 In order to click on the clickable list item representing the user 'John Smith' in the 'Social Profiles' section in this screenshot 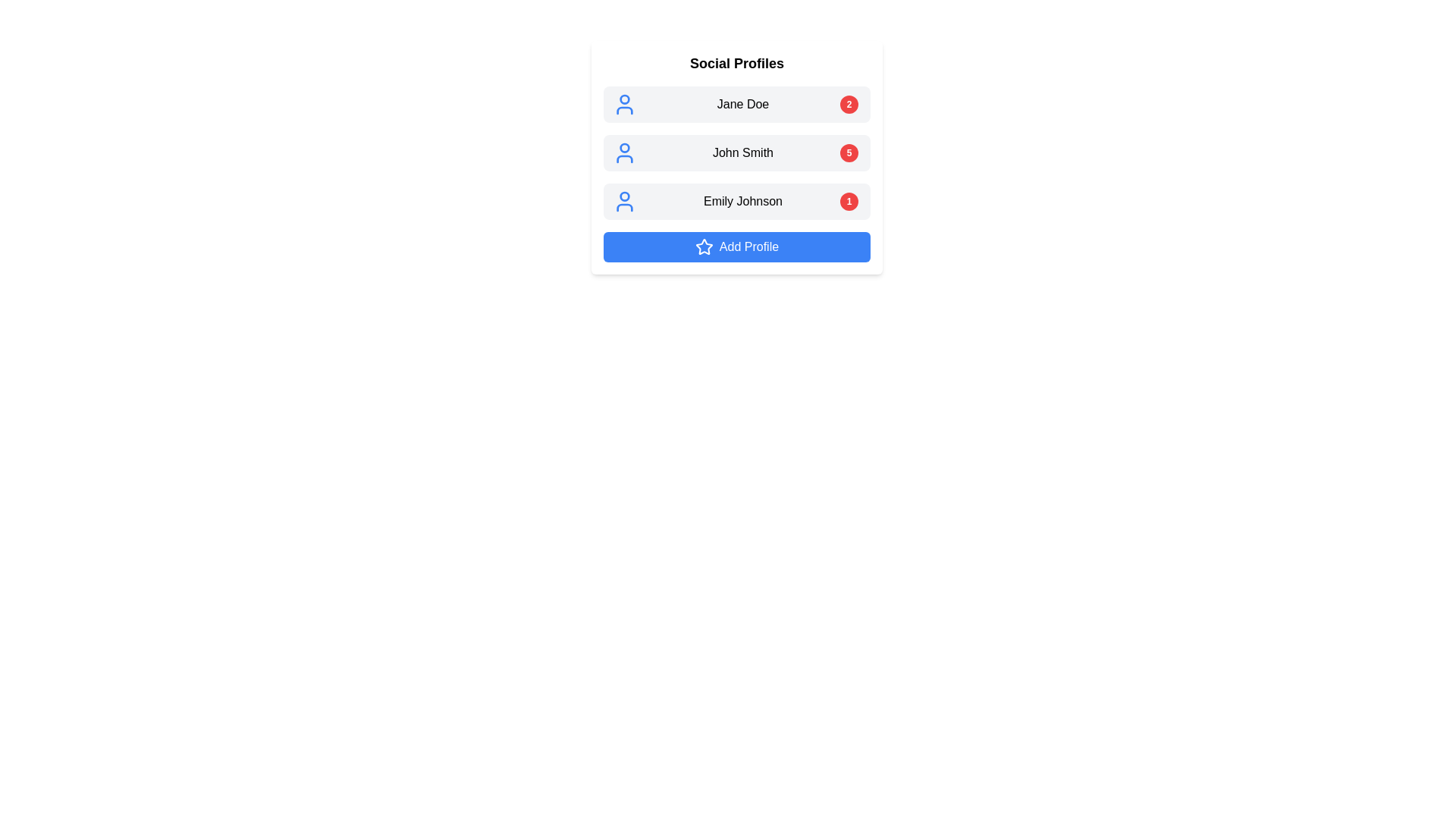, I will do `click(736, 158)`.